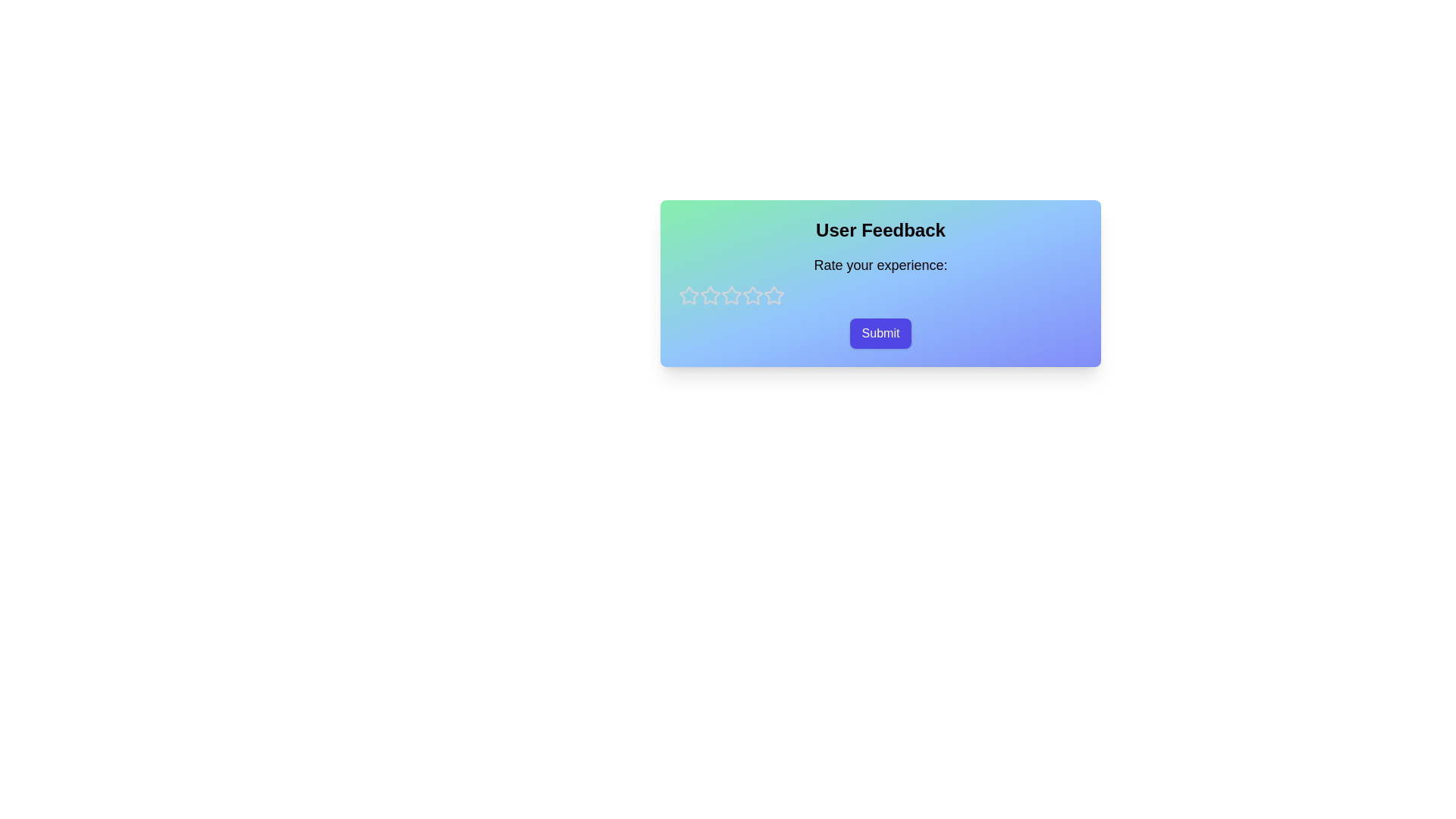  I want to click on the leftmost gray, outlined star icon in the rating widget, so click(688, 295).